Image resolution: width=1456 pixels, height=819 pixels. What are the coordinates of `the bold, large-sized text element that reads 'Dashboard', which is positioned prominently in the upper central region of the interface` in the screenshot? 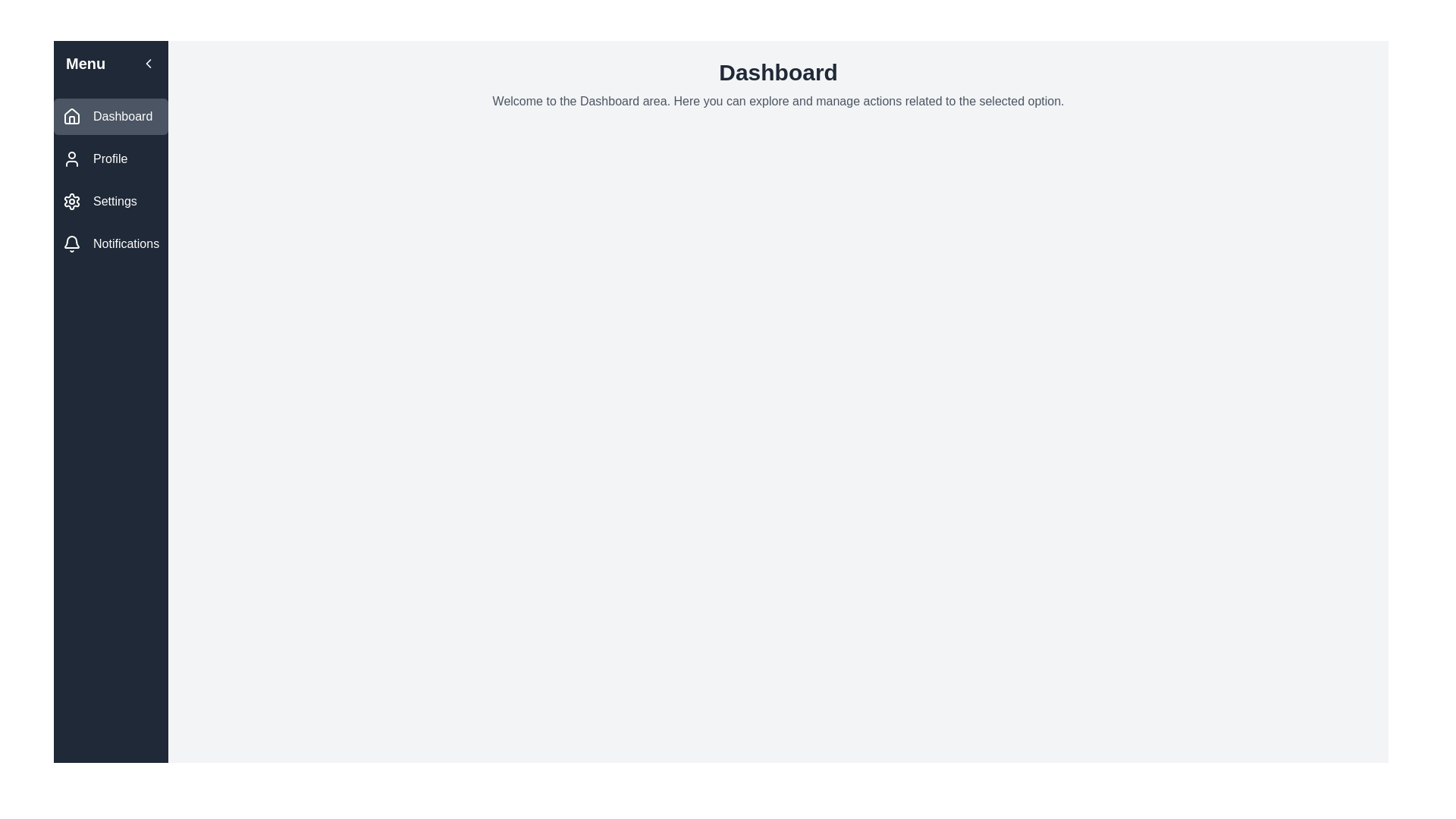 It's located at (778, 73).